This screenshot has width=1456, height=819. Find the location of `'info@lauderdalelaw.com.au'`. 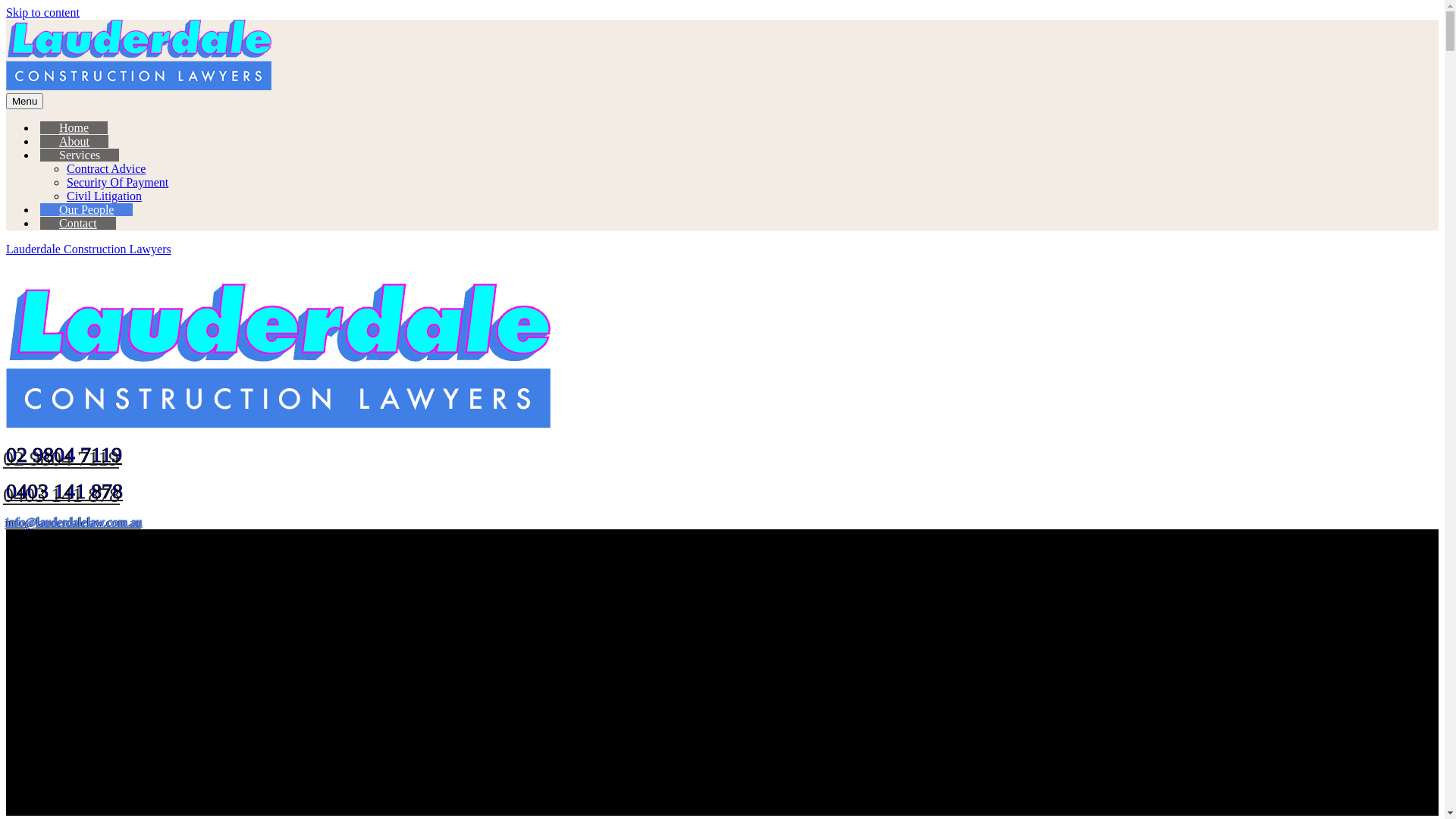

'info@lauderdalelaw.com.au' is located at coordinates (73, 521).